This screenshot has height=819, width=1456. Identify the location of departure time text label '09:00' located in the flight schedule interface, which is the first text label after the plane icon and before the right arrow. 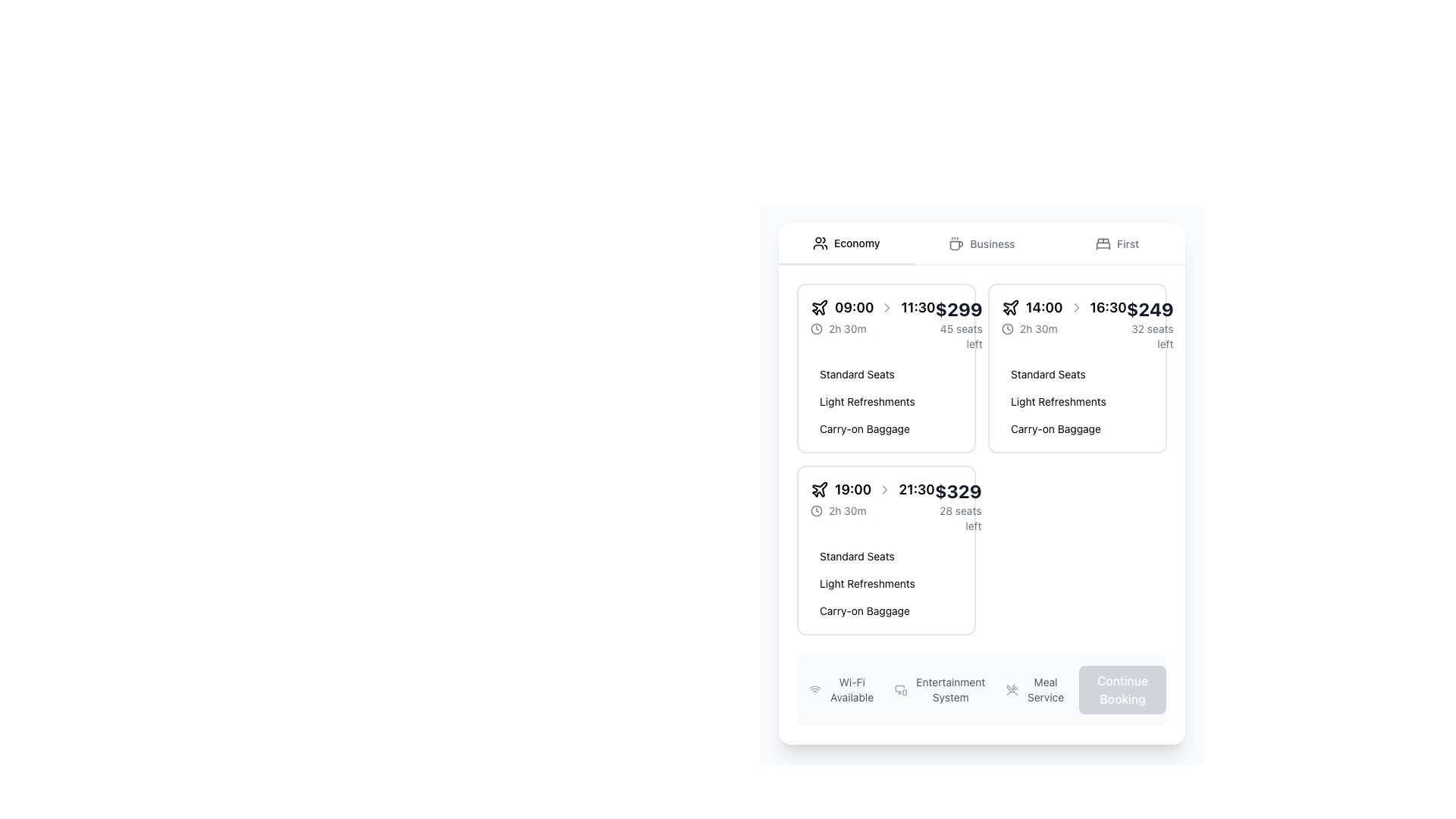
(854, 307).